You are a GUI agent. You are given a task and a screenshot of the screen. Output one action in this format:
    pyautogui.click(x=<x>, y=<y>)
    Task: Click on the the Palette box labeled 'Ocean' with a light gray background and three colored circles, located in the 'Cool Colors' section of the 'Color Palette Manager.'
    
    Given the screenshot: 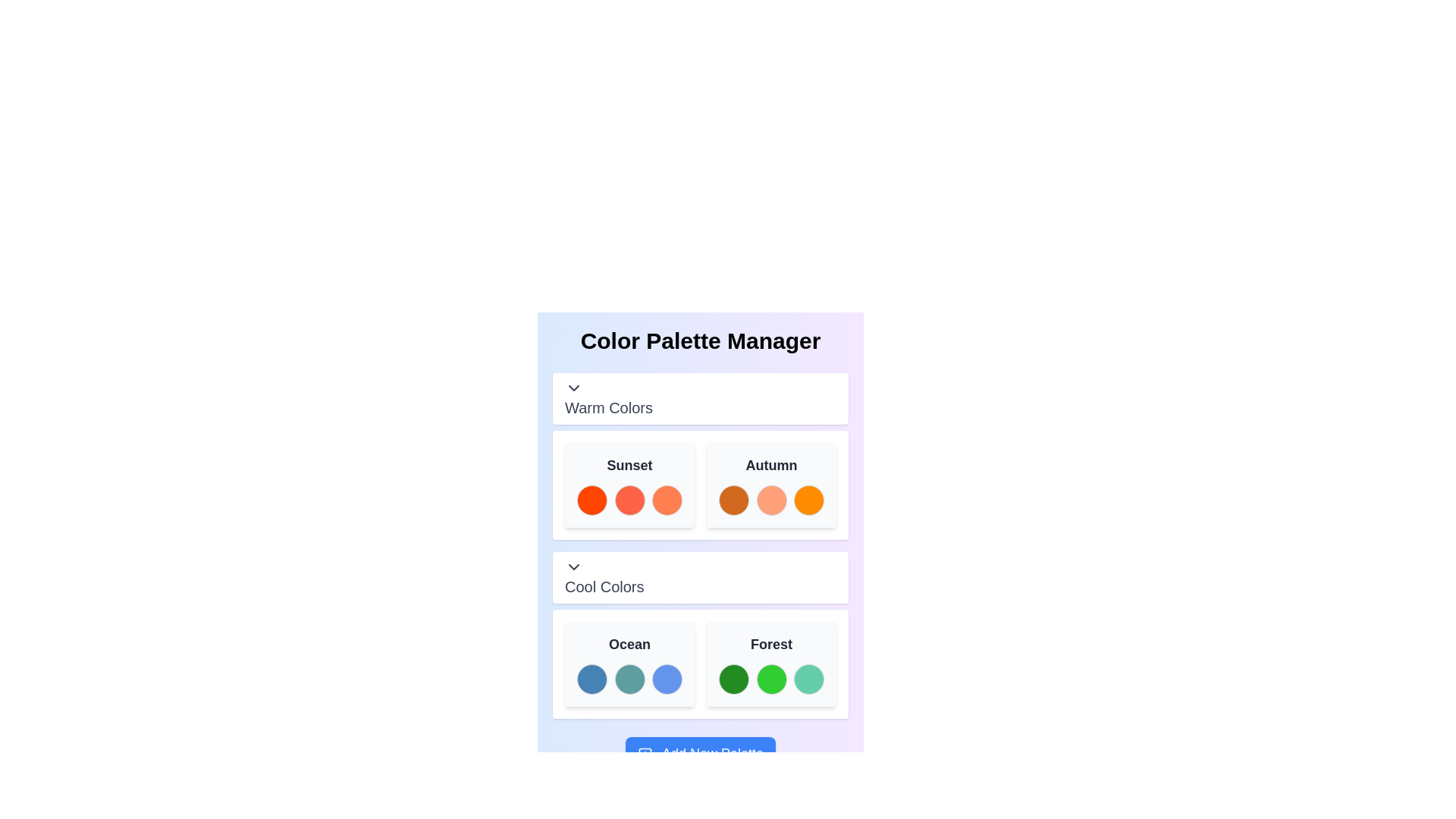 What is the action you would take?
    pyautogui.click(x=629, y=663)
    